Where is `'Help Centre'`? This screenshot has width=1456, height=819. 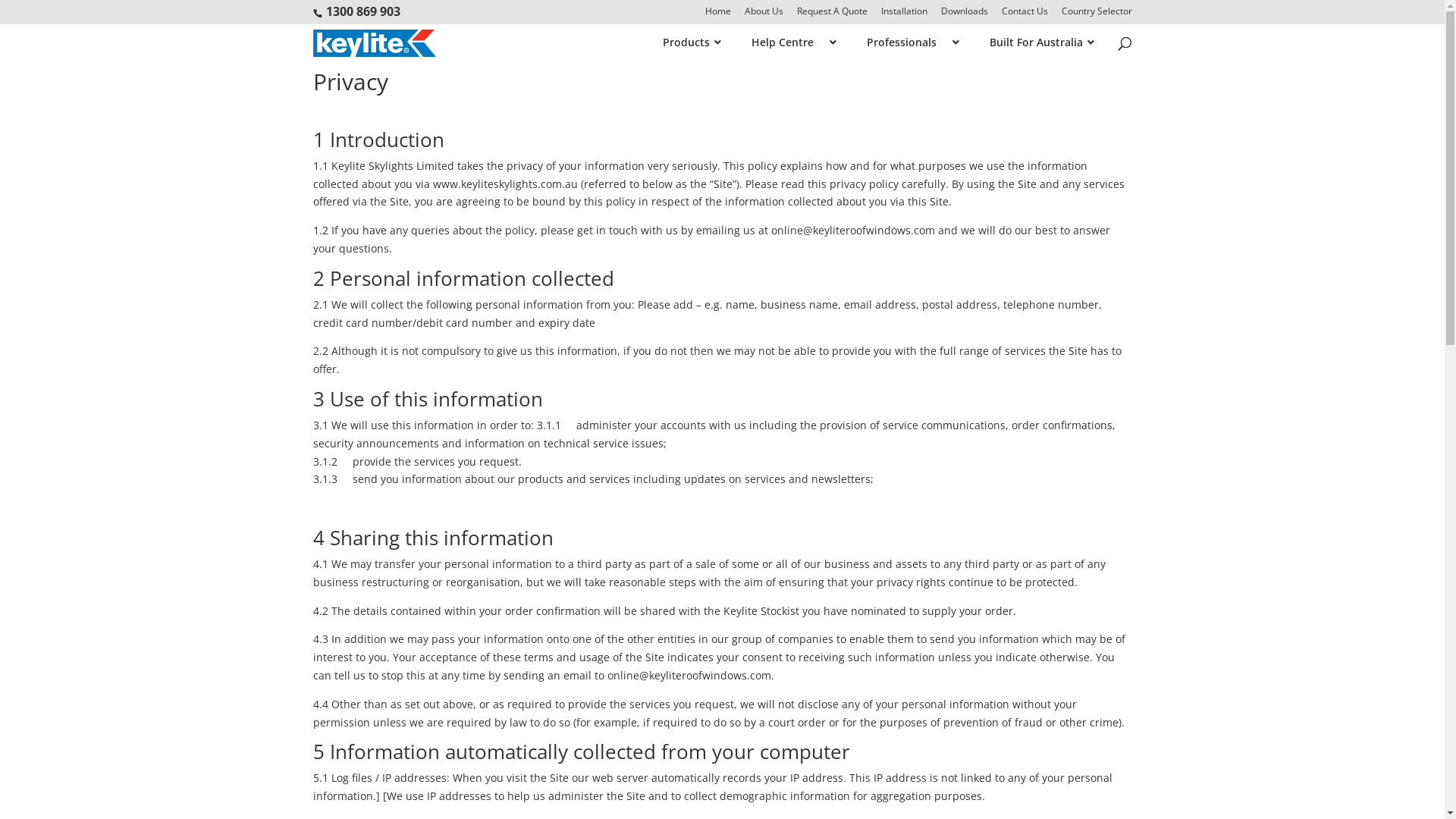 'Help Centre' is located at coordinates (786, 42).